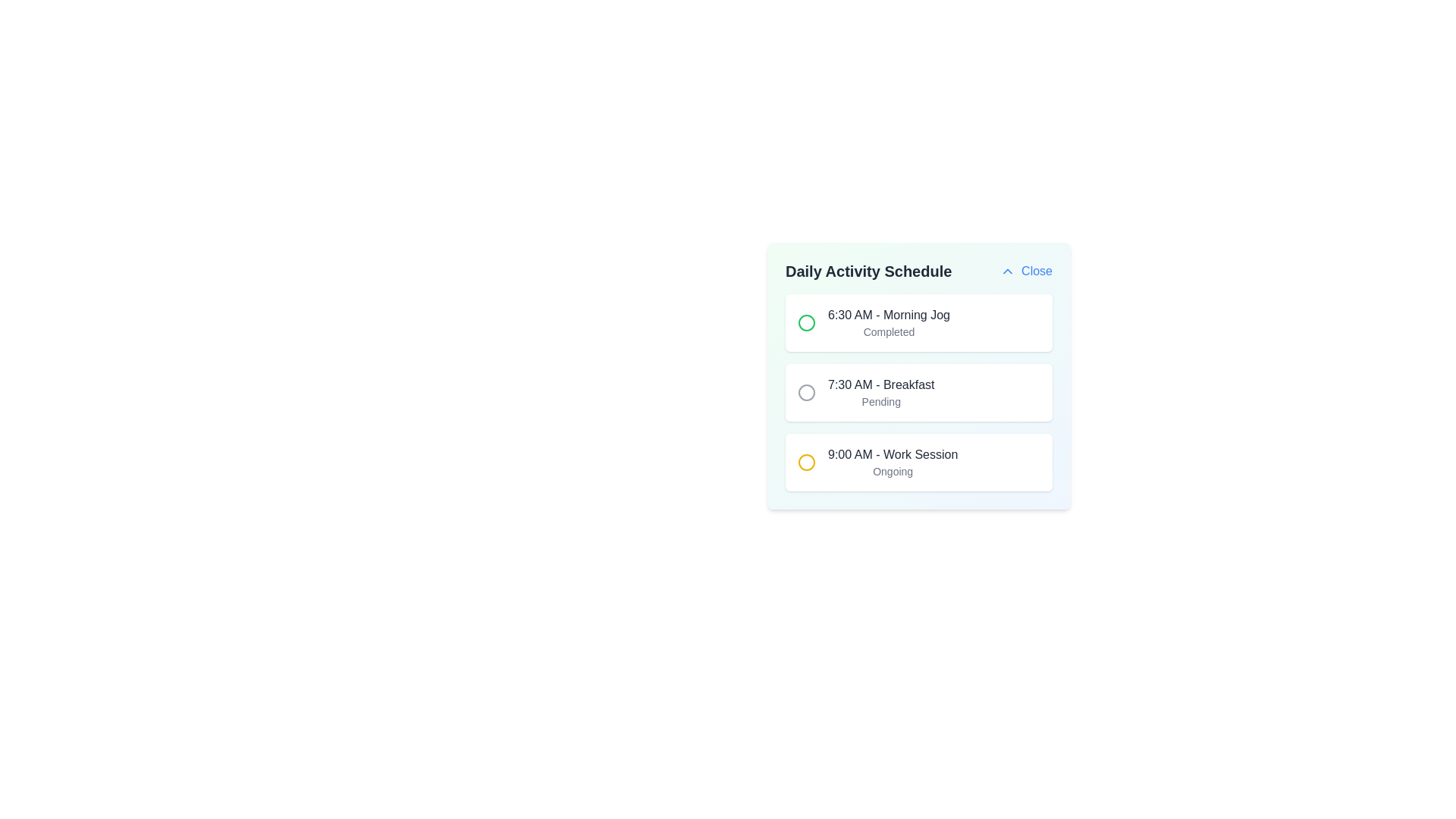 Image resolution: width=1456 pixels, height=819 pixels. Describe the element at coordinates (880, 391) in the screenshot. I see `the 'Breakfast' schedule entry at 7:30 AM, which is the second item in the 'Daily Activity Schedule' list, to view further details about this activity` at that location.